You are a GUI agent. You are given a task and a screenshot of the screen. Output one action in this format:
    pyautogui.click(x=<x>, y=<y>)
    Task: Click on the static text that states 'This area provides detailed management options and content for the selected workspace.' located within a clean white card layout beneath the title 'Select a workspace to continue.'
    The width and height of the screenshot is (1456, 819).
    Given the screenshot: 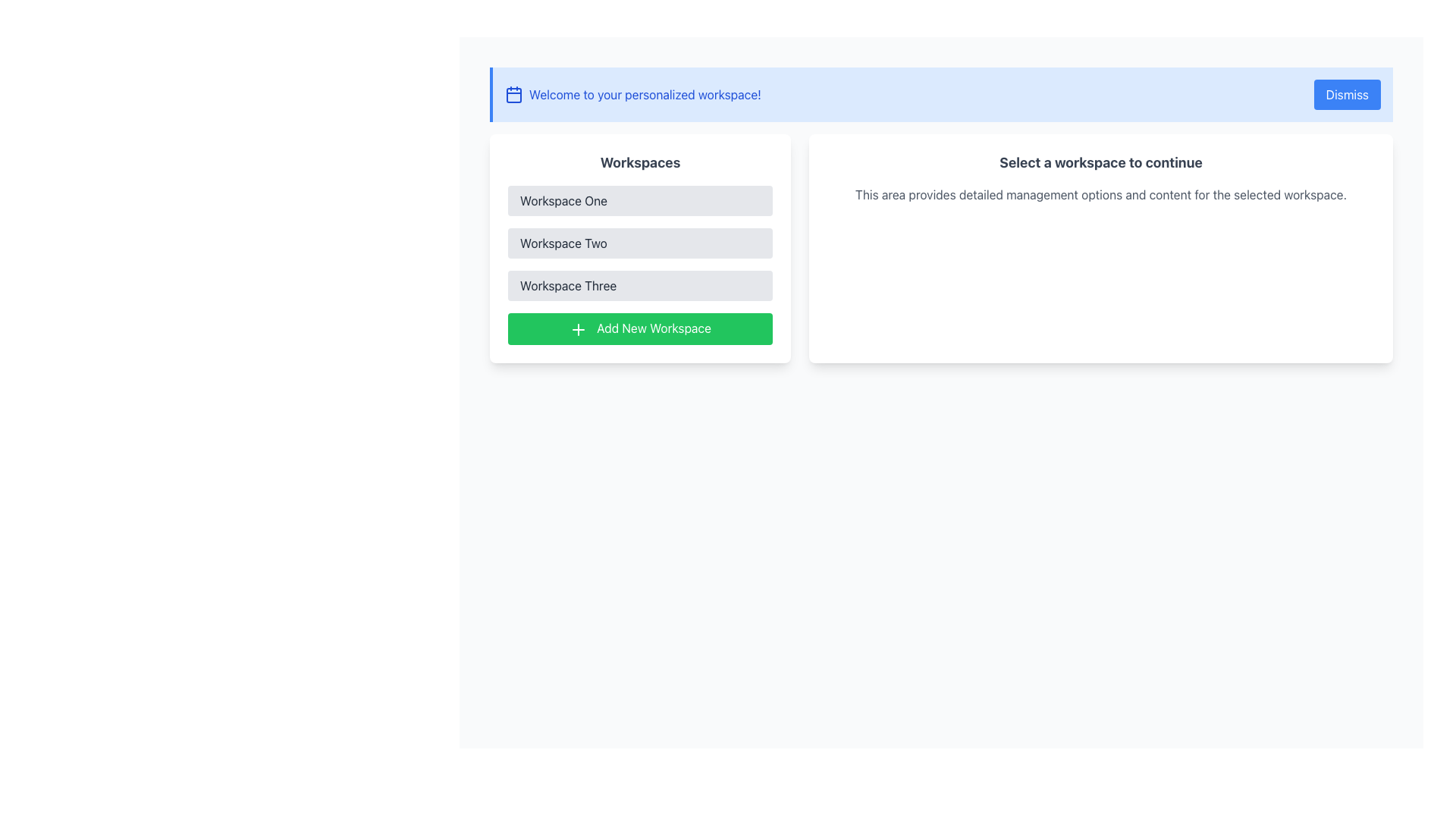 What is the action you would take?
    pyautogui.click(x=1100, y=194)
    